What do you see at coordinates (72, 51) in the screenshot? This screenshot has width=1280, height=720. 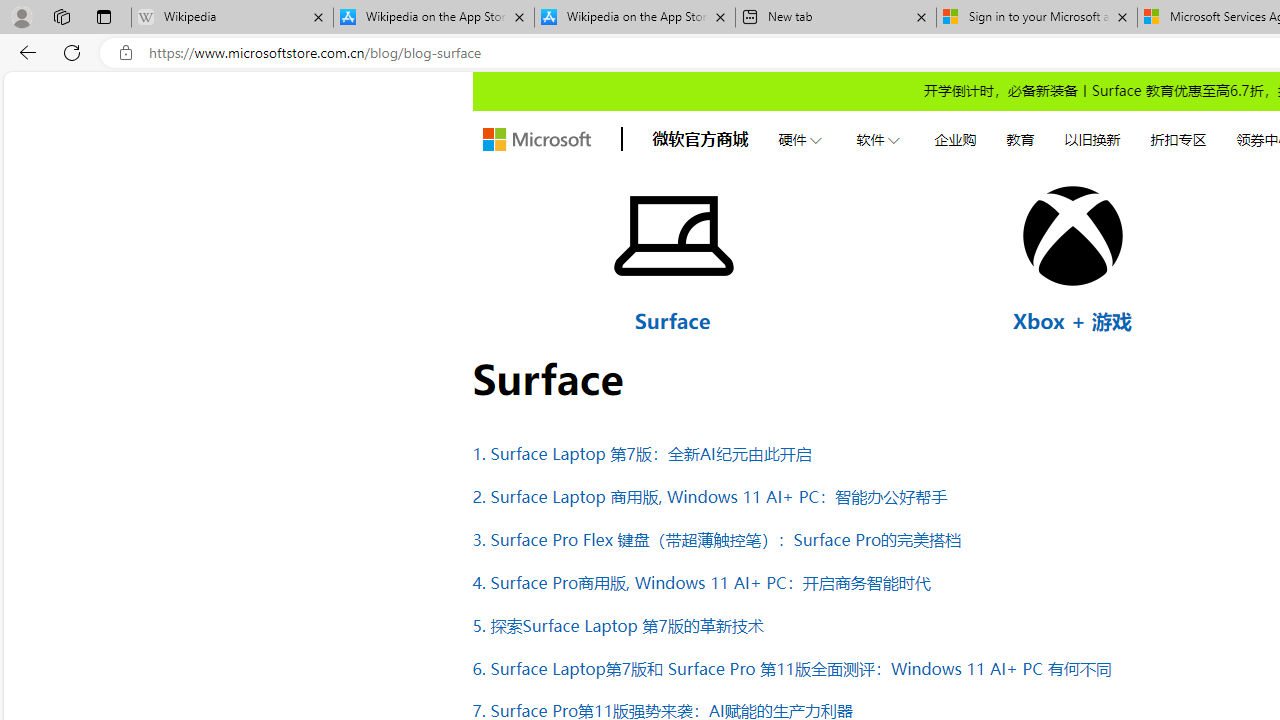 I see `'Refresh'` at bounding box center [72, 51].